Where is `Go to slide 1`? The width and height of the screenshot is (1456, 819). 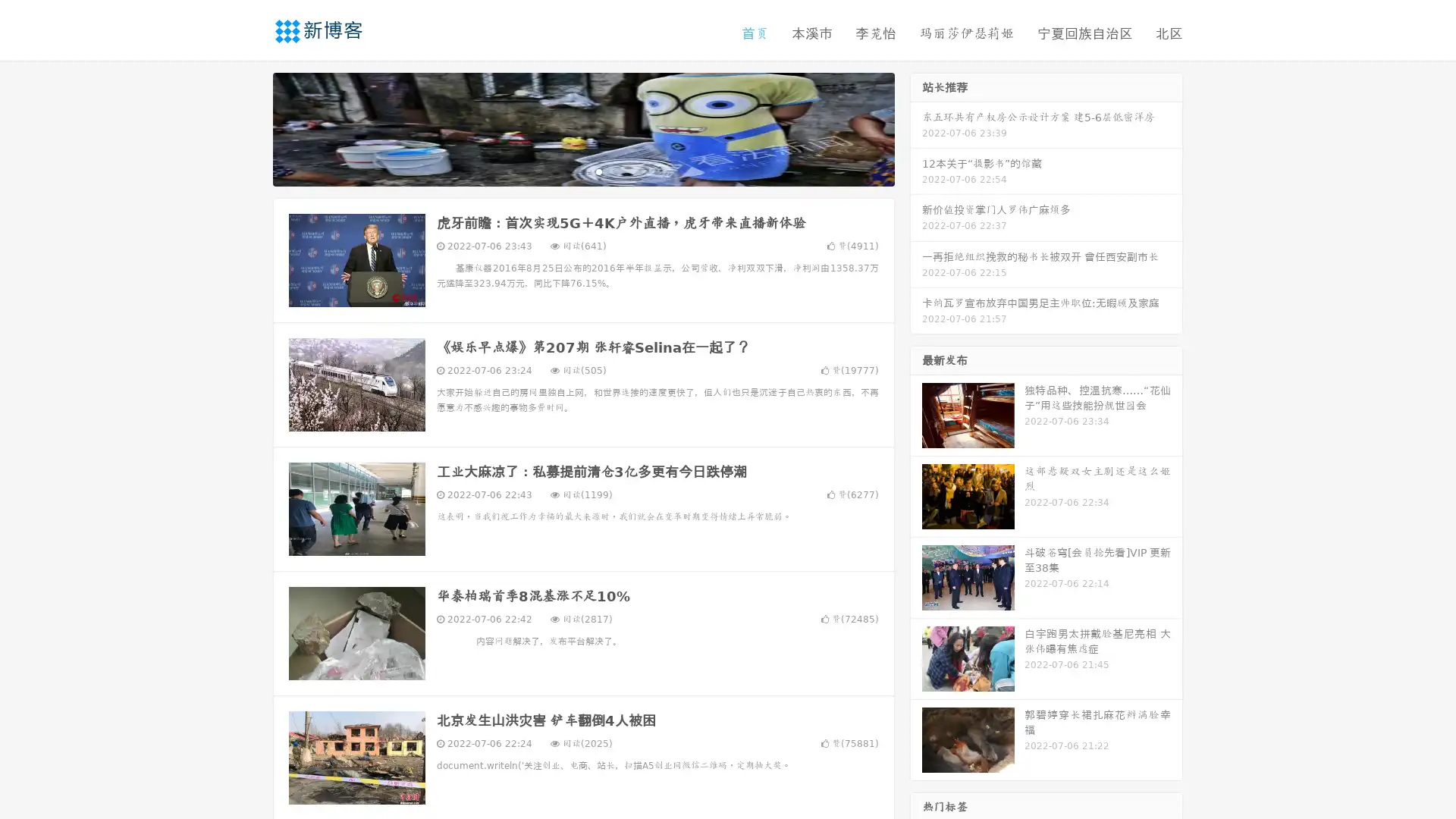
Go to slide 1 is located at coordinates (567, 171).